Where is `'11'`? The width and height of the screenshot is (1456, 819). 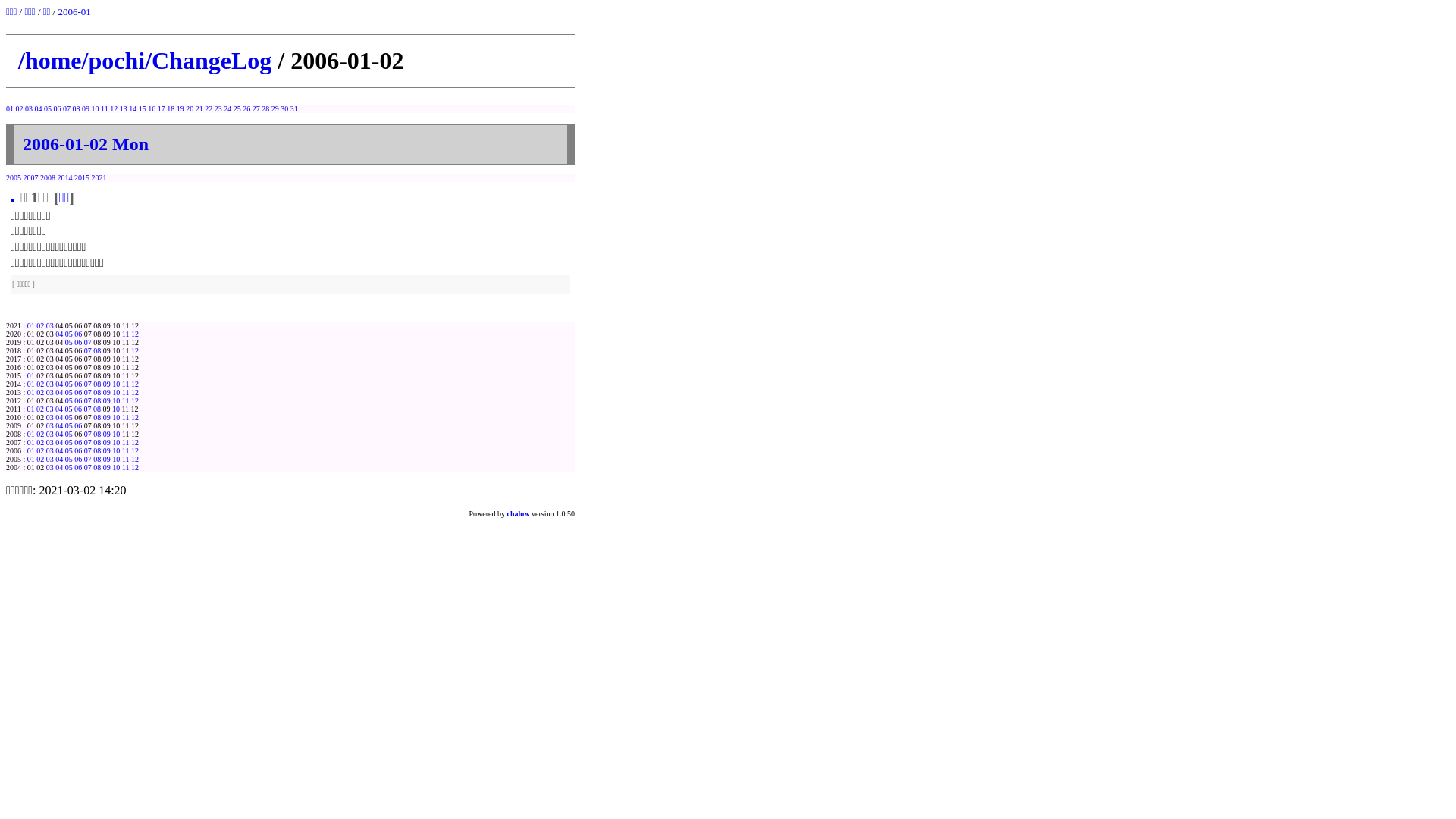
'11' is located at coordinates (126, 417).